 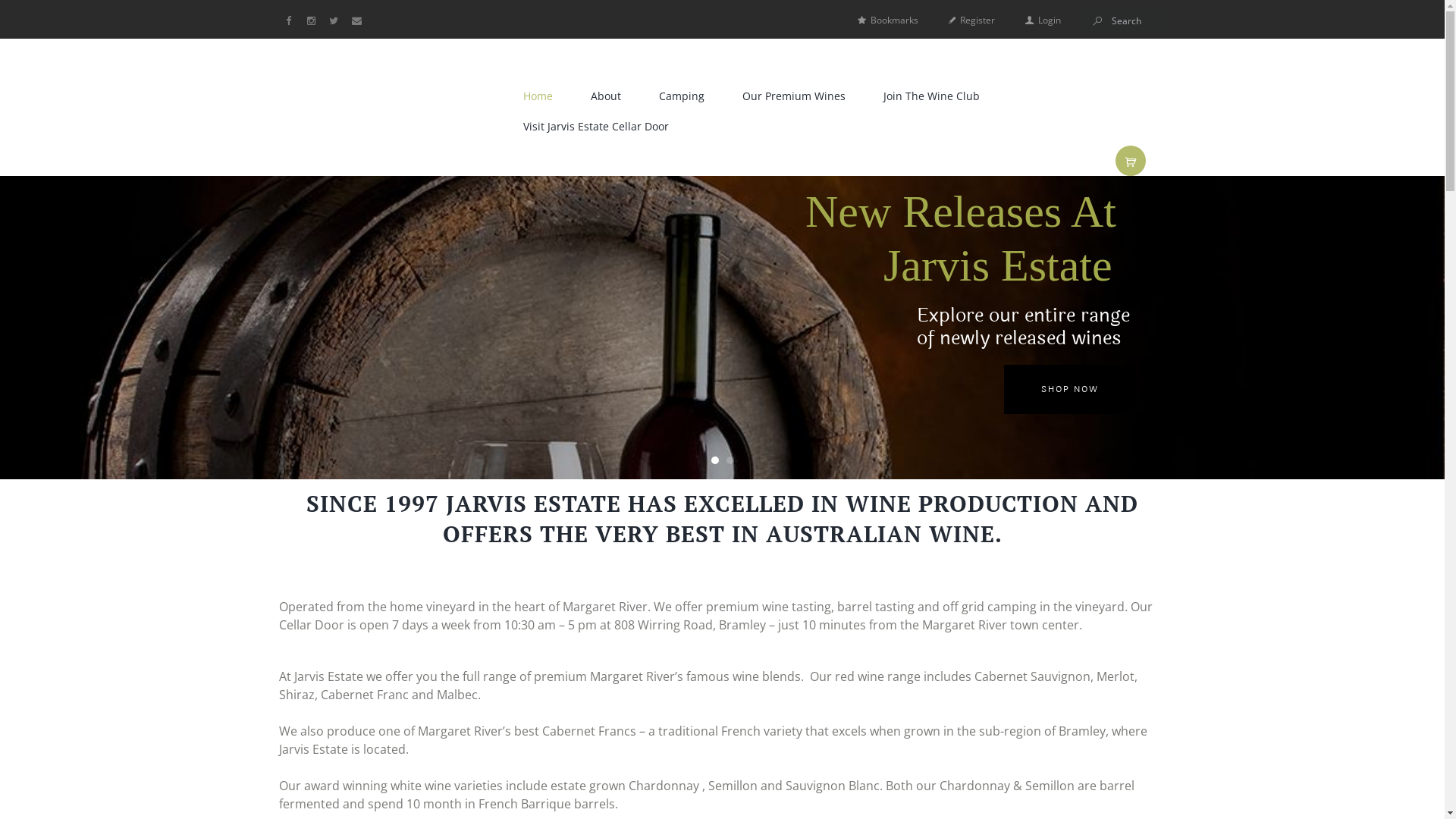 What do you see at coordinates (604, 95) in the screenshot?
I see `'About'` at bounding box center [604, 95].